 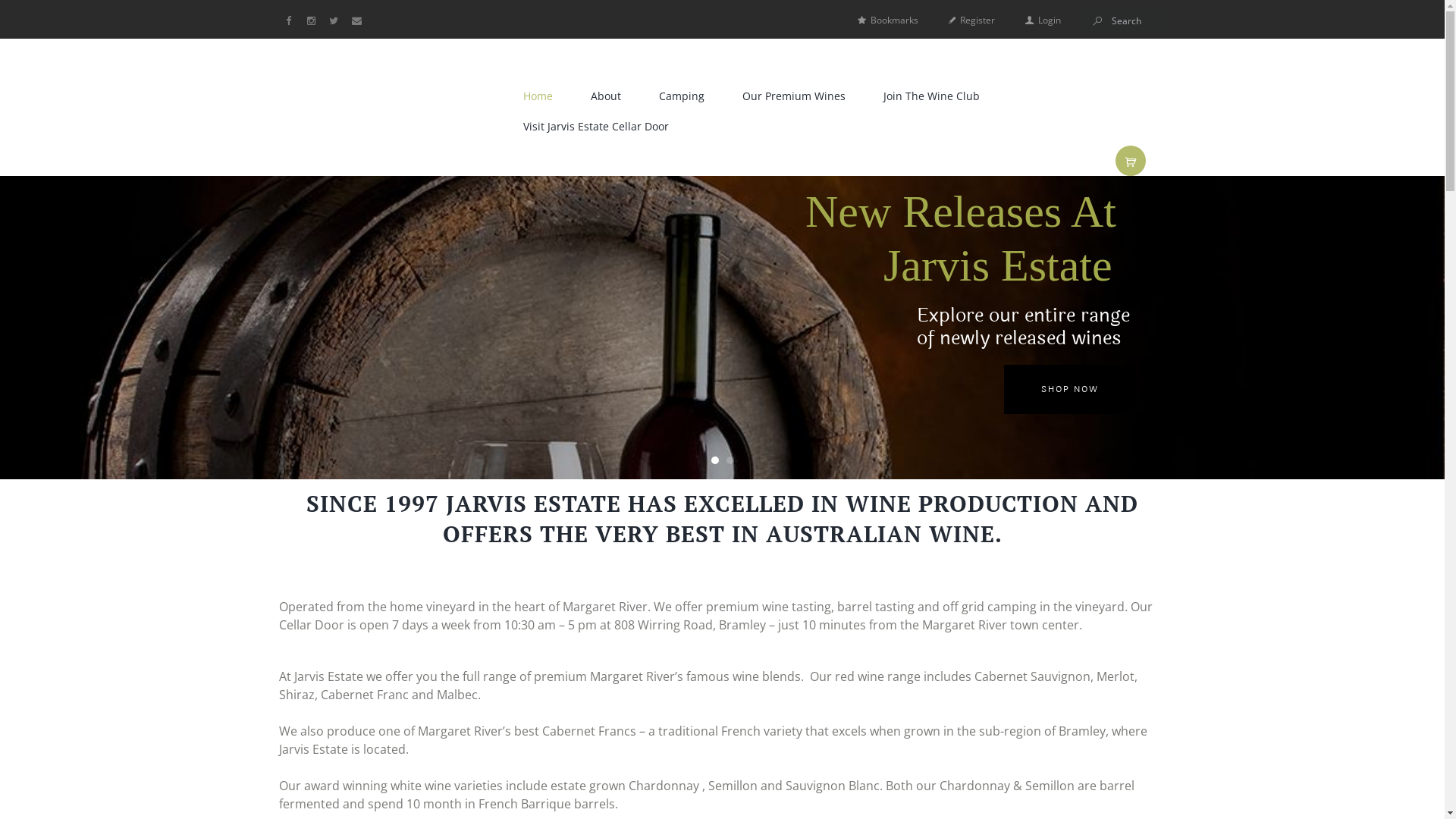 What do you see at coordinates (604, 95) in the screenshot?
I see `'About'` at bounding box center [604, 95].